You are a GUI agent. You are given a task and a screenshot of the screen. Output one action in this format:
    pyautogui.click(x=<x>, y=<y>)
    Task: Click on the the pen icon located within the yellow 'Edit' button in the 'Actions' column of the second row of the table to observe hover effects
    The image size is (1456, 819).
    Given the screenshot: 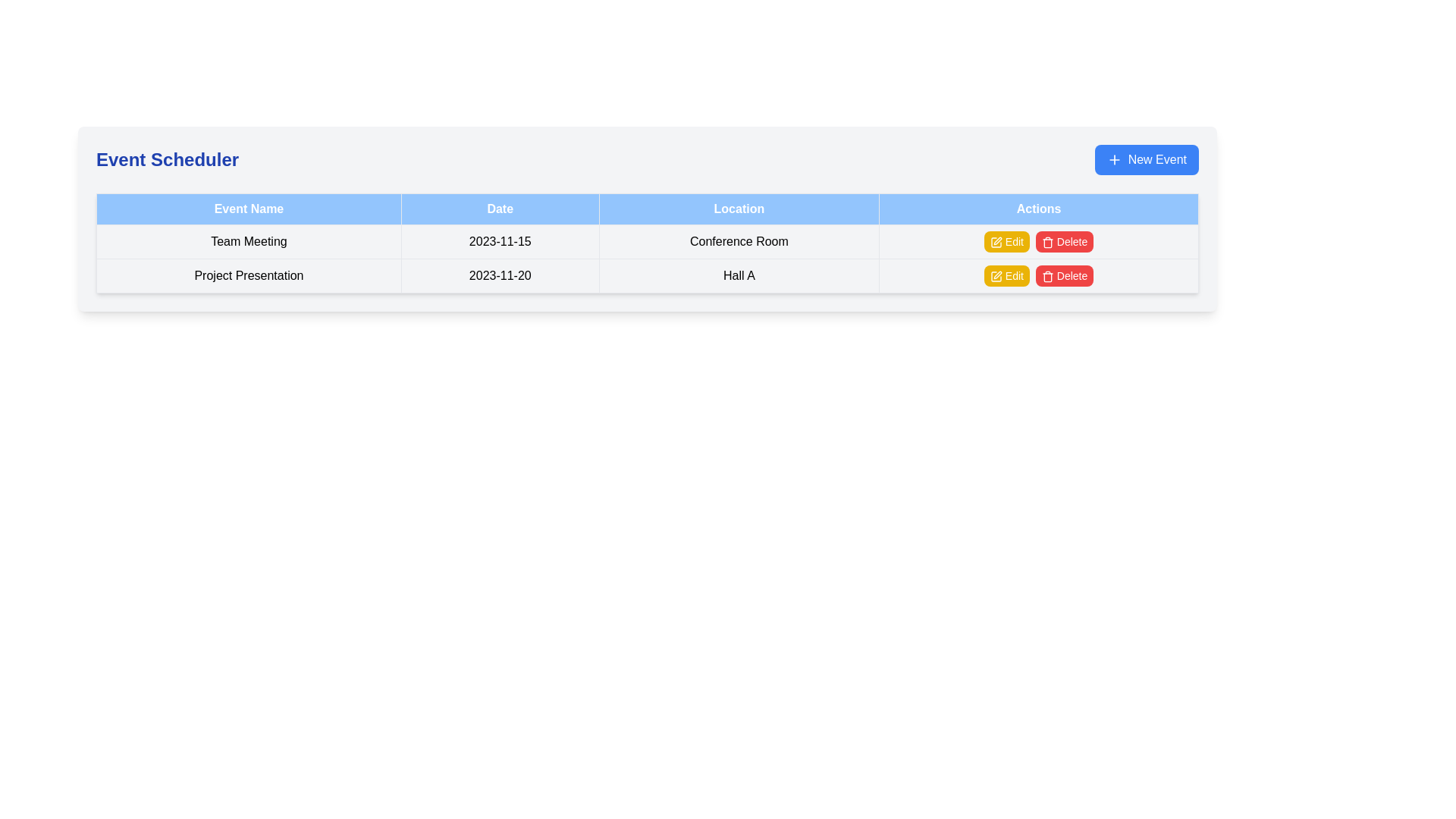 What is the action you would take?
    pyautogui.click(x=996, y=242)
    